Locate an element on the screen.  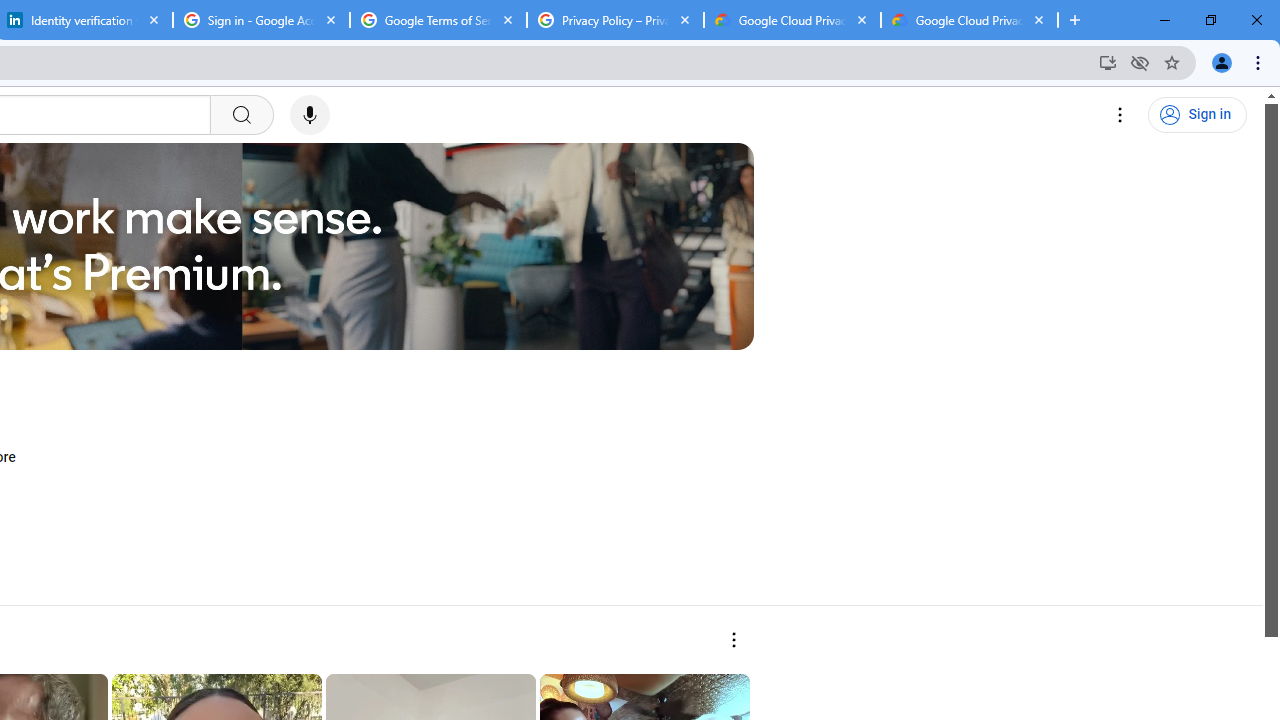
'More actions' is located at coordinates (732, 640).